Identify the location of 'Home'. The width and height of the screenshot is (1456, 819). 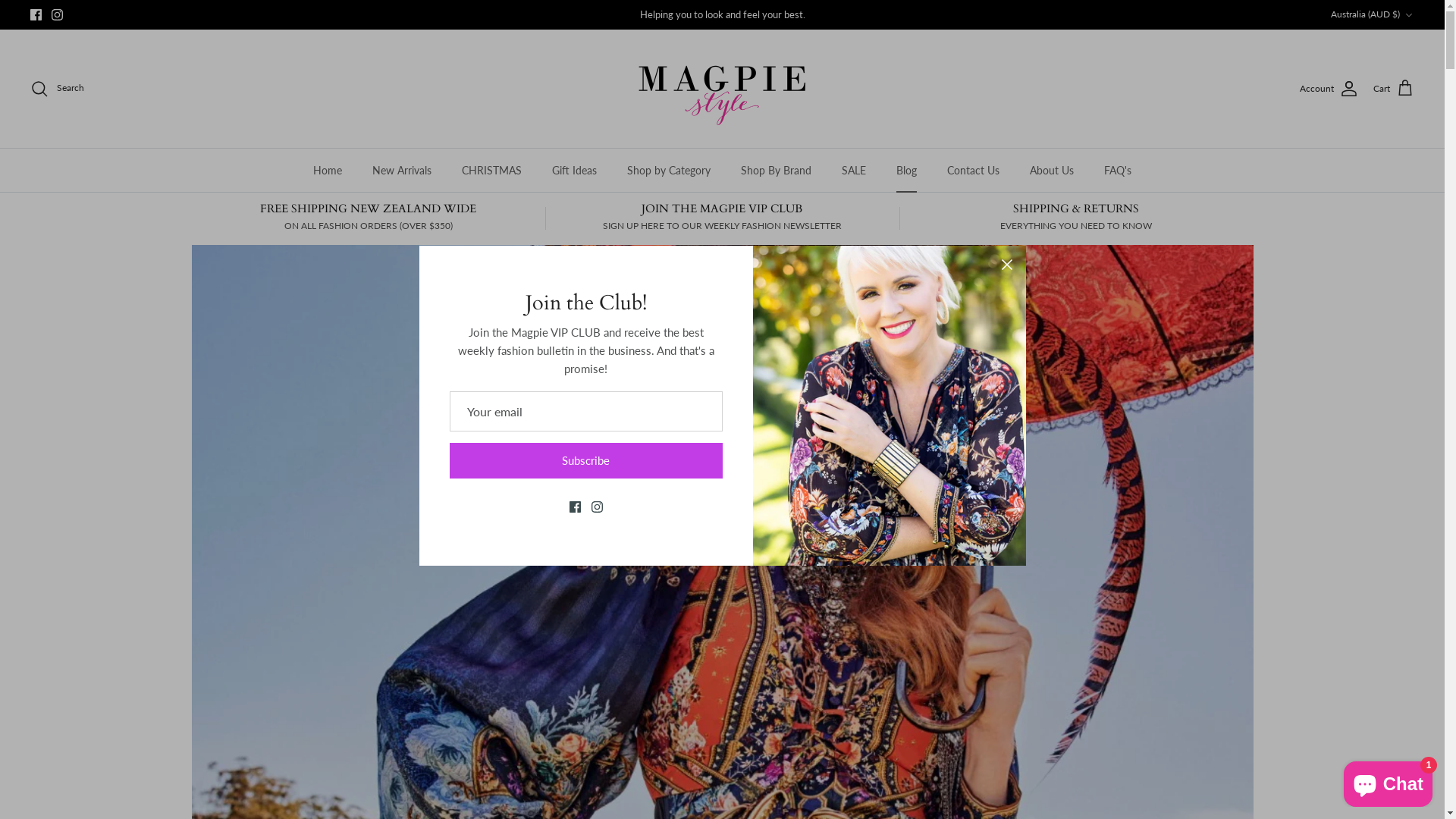
(327, 170).